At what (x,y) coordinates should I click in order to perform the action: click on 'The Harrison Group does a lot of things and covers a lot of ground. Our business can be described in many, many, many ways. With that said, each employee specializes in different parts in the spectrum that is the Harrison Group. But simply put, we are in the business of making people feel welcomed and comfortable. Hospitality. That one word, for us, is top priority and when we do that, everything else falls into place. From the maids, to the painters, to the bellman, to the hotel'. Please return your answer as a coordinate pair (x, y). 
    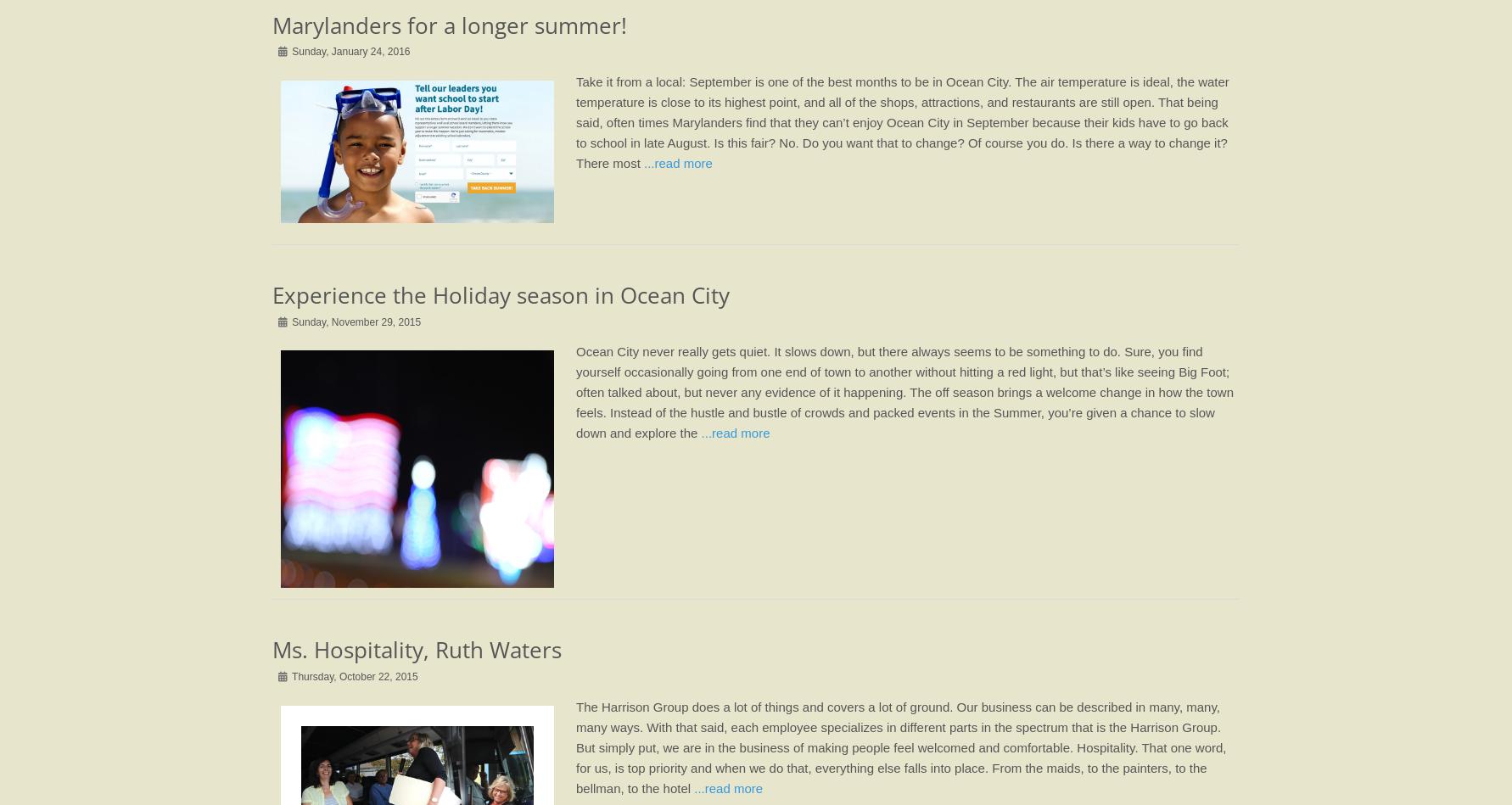
    Looking at the image, I should click on (900, 746).